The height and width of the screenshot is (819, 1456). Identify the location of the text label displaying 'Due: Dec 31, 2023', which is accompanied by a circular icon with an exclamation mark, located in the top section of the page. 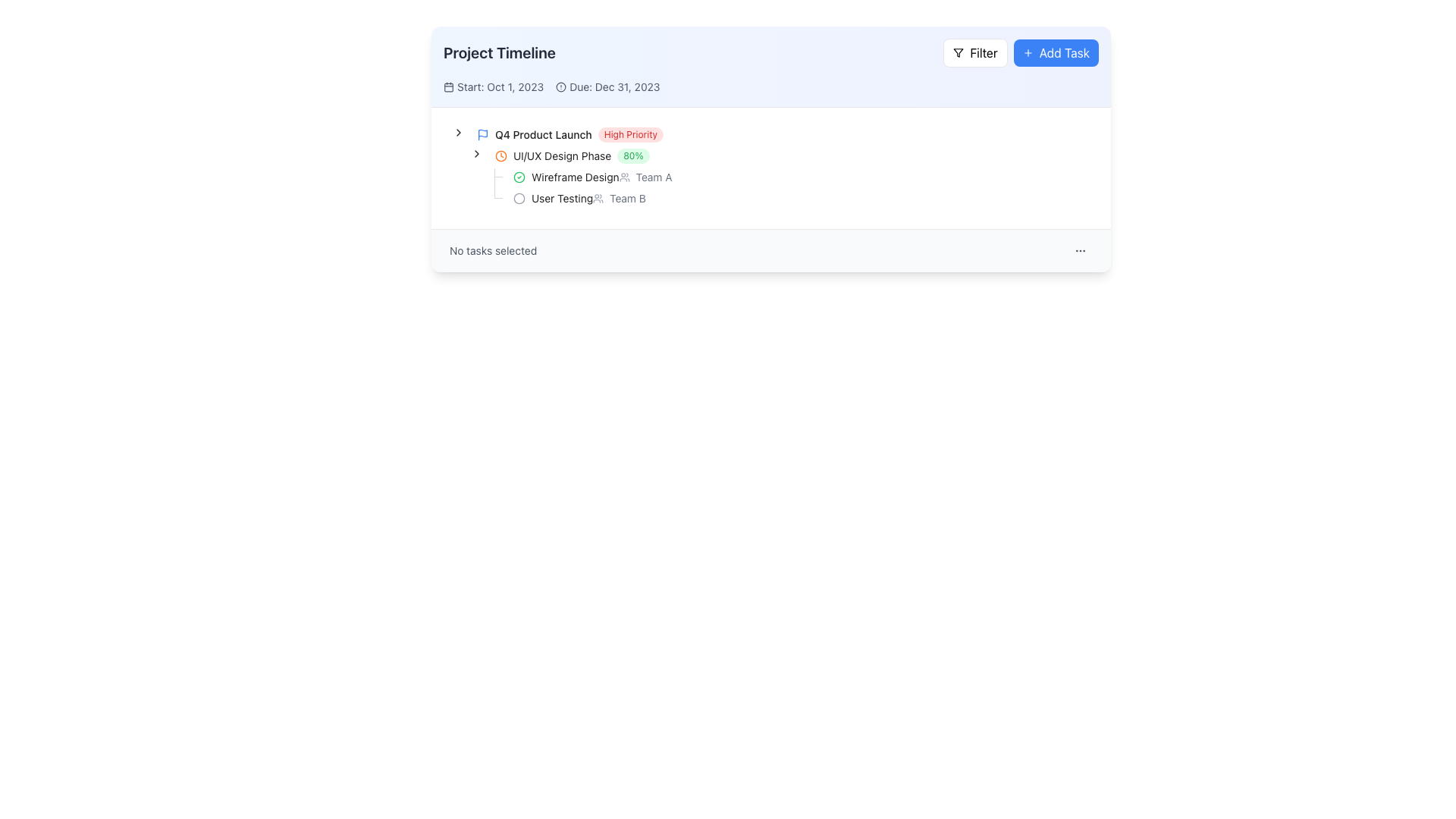
(607, 87).